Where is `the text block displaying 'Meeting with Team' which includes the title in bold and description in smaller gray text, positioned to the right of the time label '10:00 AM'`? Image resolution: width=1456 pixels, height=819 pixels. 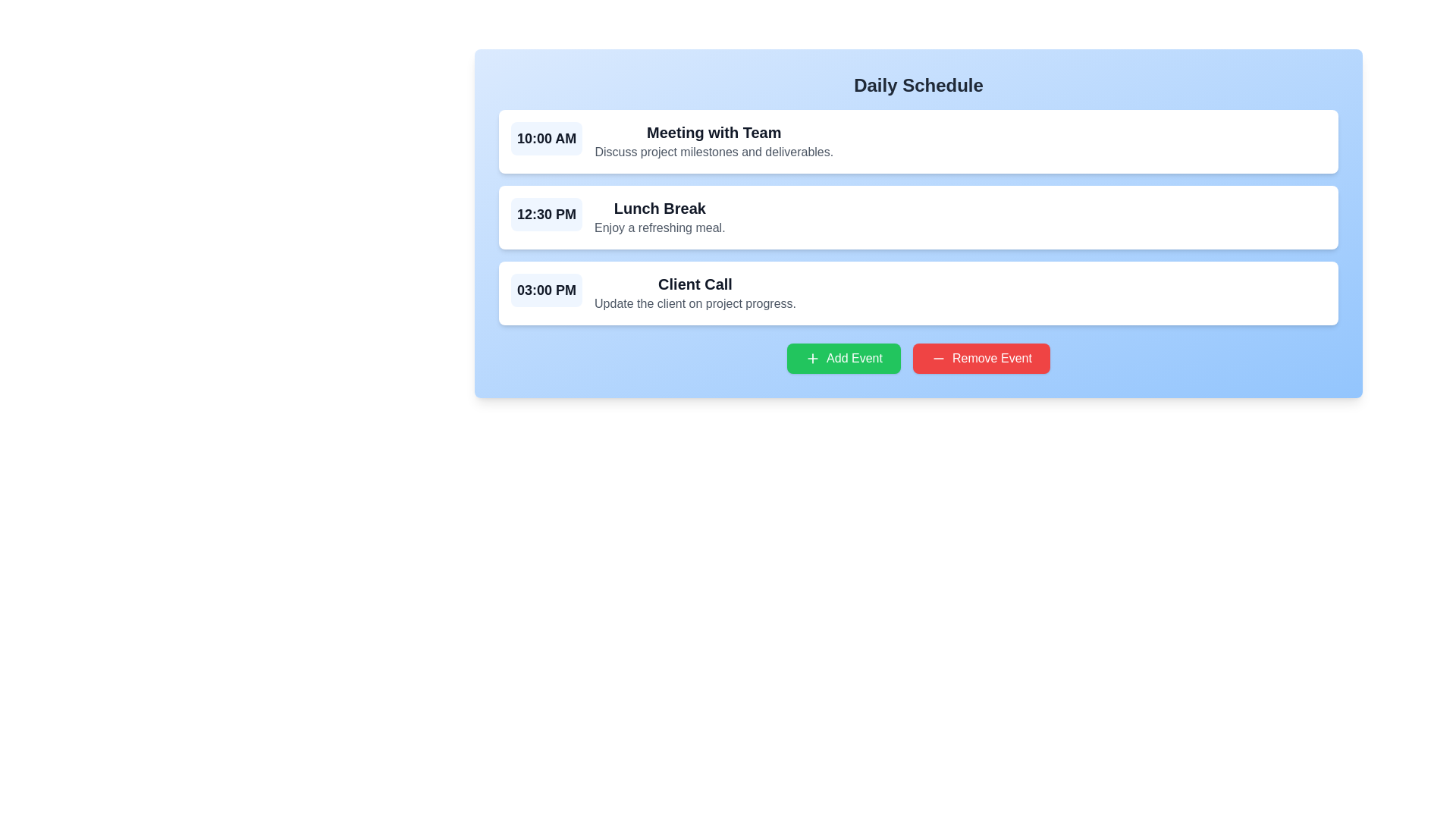 the text block displaying 'Meeting with Team' which includes the title in bold and description in smaller gray text, positioned to the right of the time label '10:00 AM' is located at coordinates (713, 141).